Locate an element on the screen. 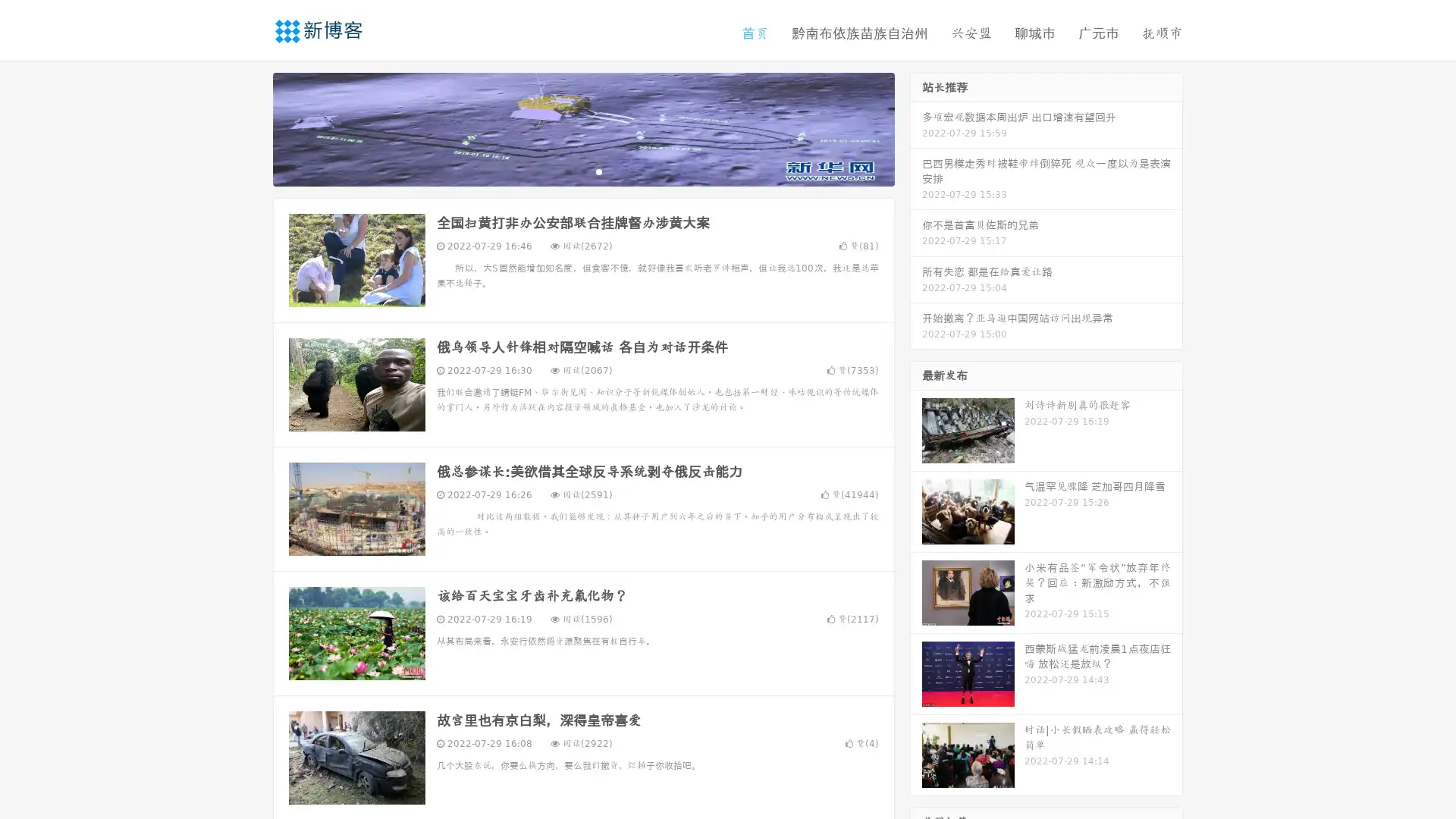 Image resolution: width=1456 pixels, height=819 pixels. Go to slide 2 is located at coordinates (582, 171).